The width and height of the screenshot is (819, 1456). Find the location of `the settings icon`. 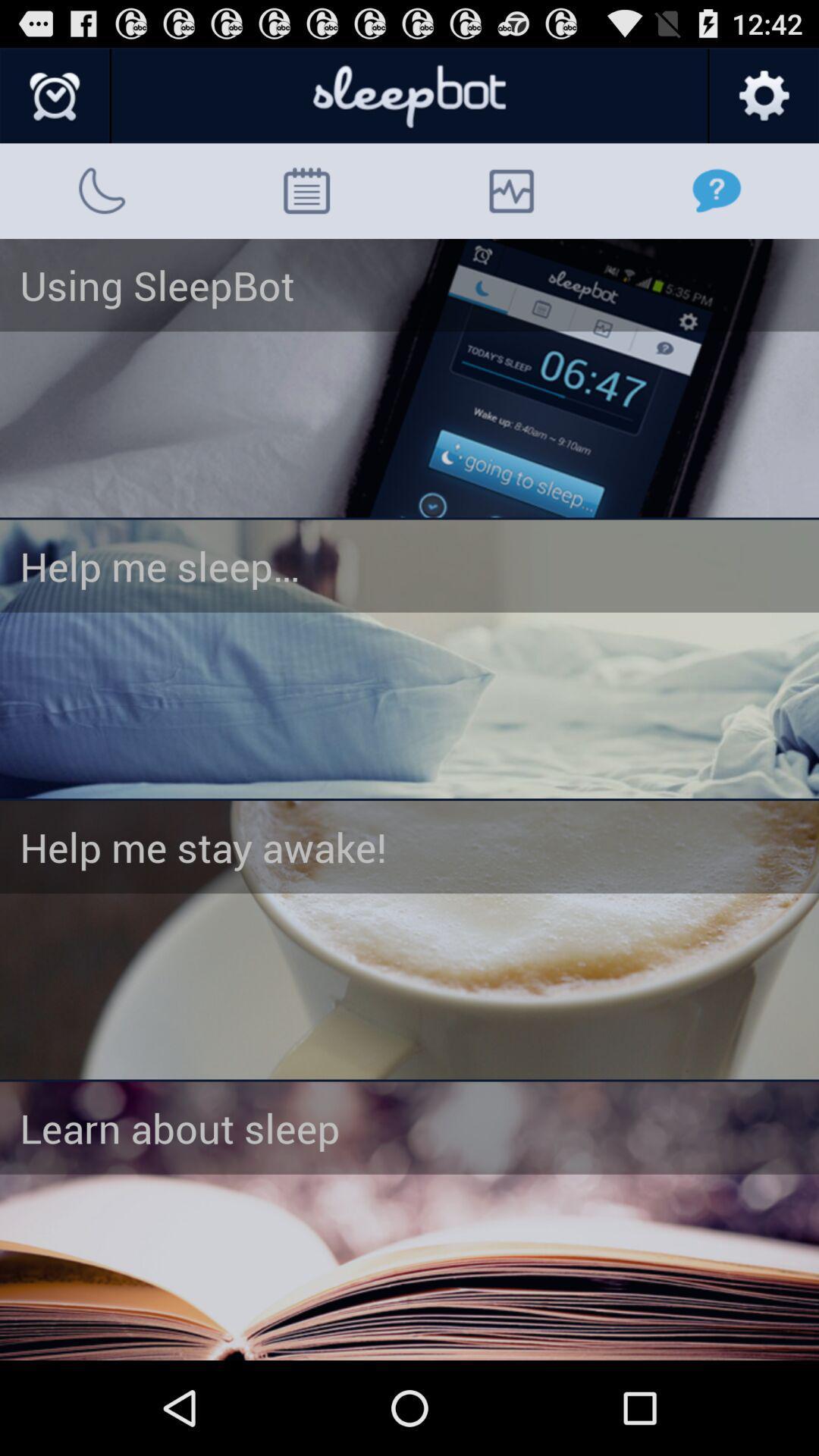

the settings icon is located at coordinates (763, 102).